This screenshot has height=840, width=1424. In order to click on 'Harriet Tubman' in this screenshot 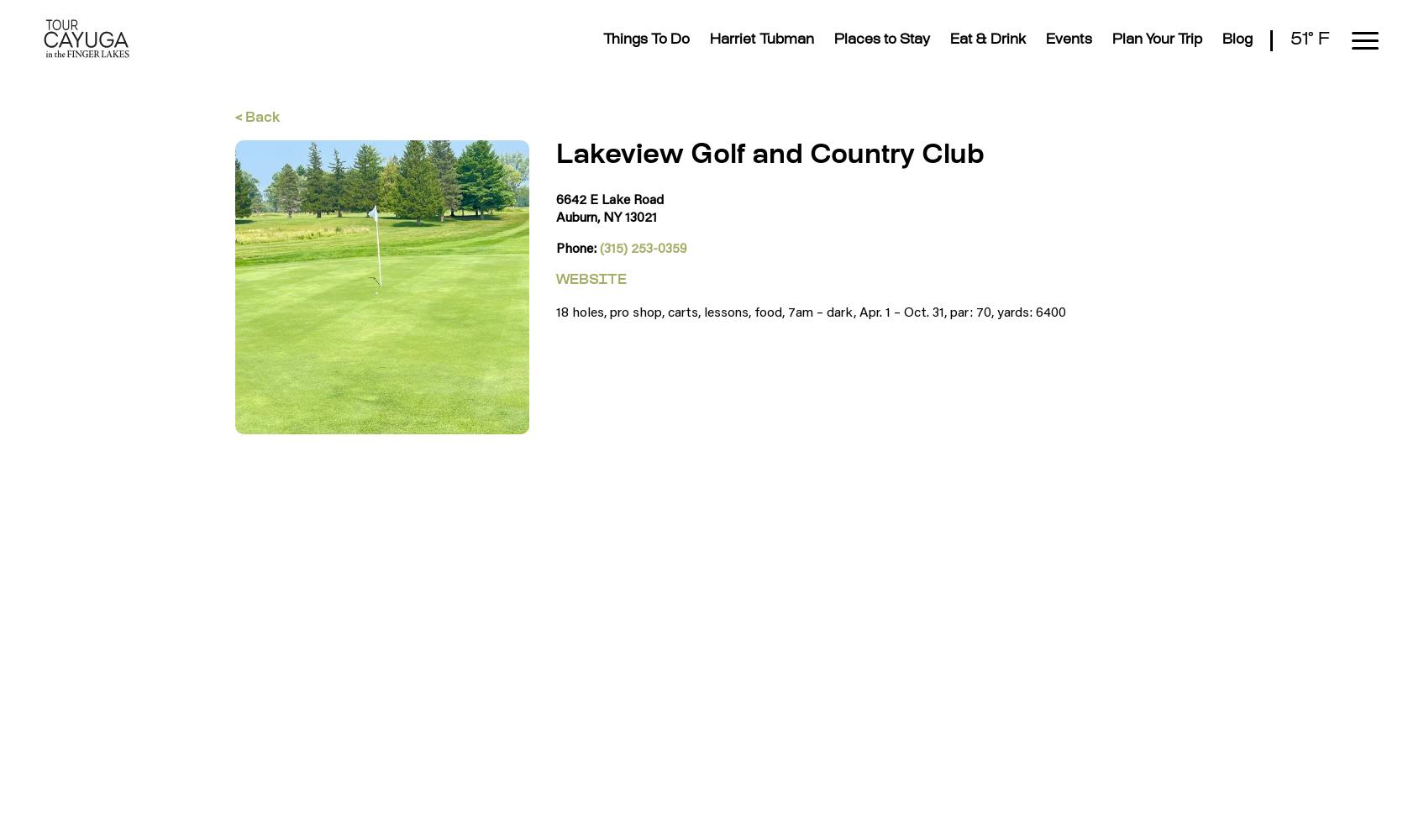, I will do `click(760, 39)`.